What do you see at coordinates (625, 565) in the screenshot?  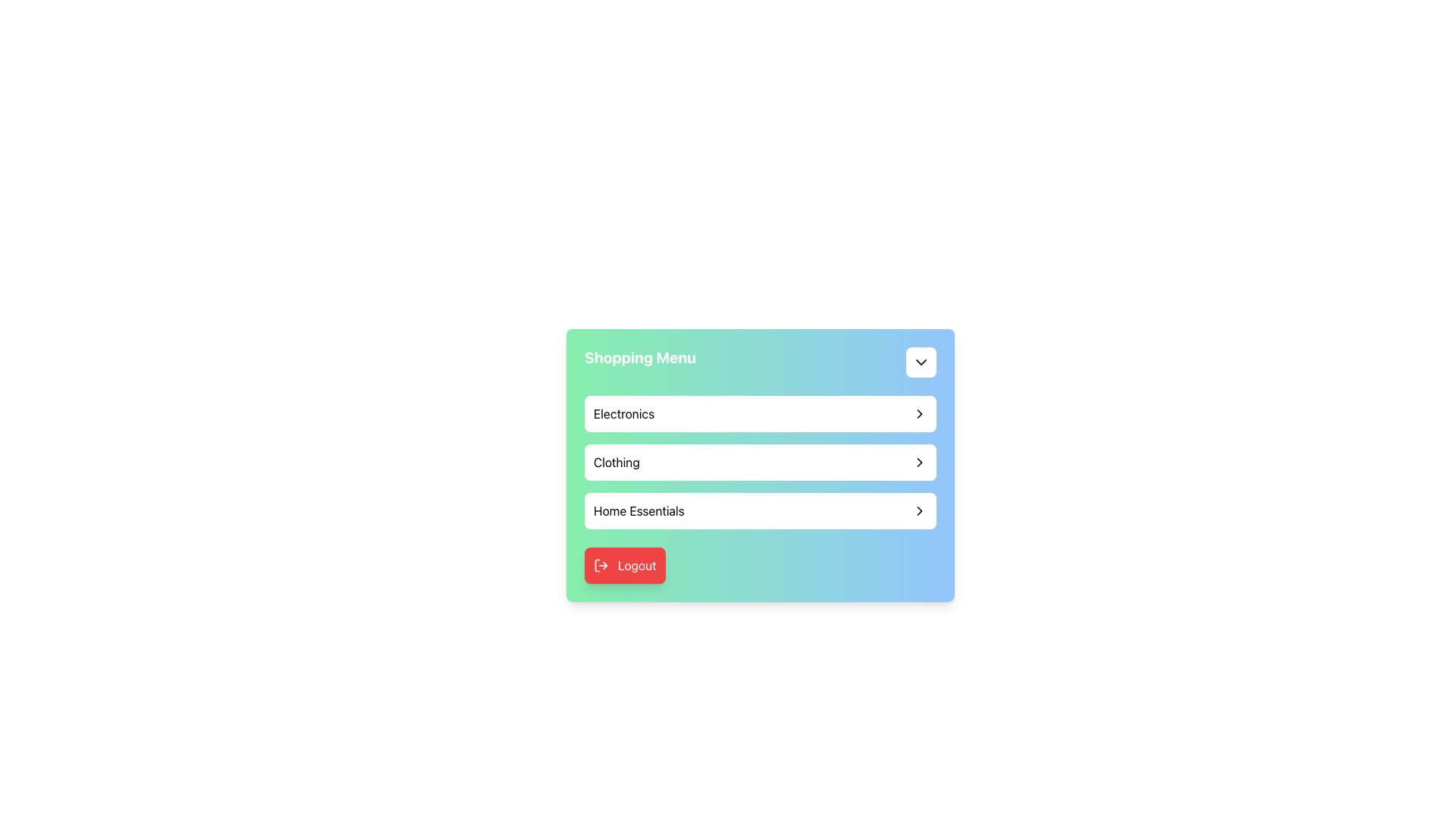 I see `the bright red 'Logout' button located at the bottom left corner of the menu interface` at bounding box center [625, 565].